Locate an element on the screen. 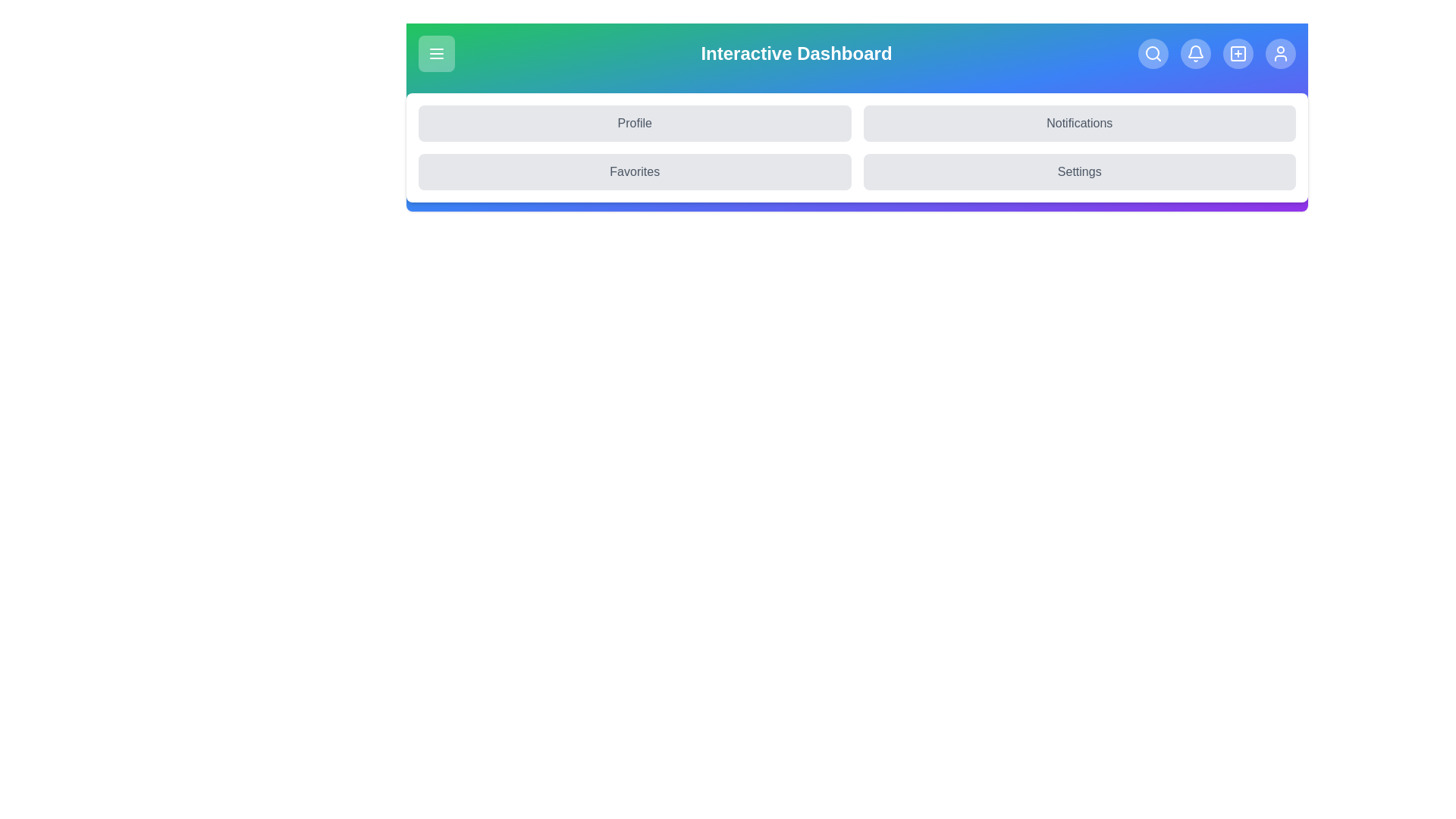 The image size is (1456, 819). the Search icon to navigate to the corresponding section is located at coordinates (1153, 52).